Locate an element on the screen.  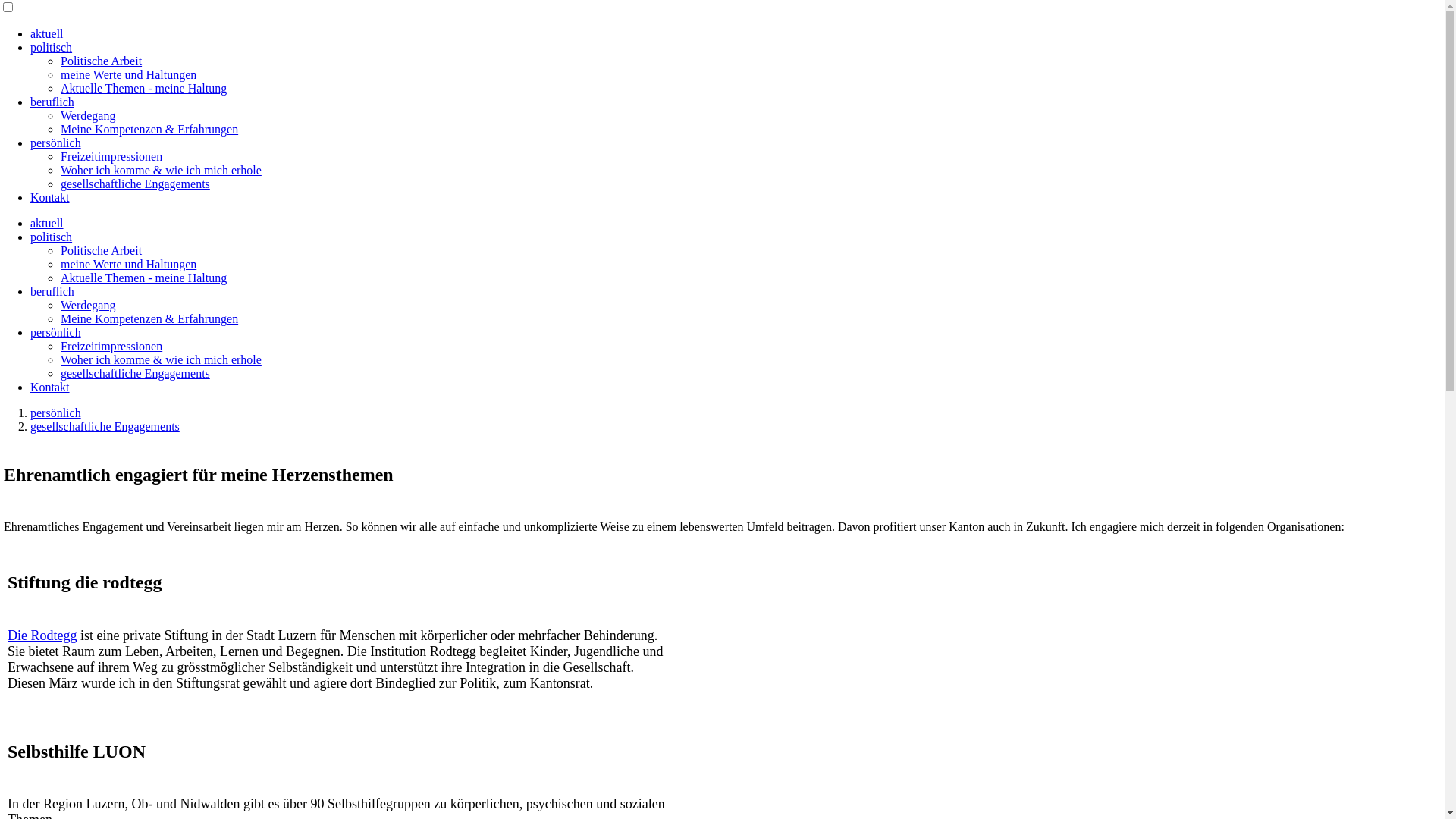
'gesellschaftliche Engagements' is located at coordinates (104, 426).